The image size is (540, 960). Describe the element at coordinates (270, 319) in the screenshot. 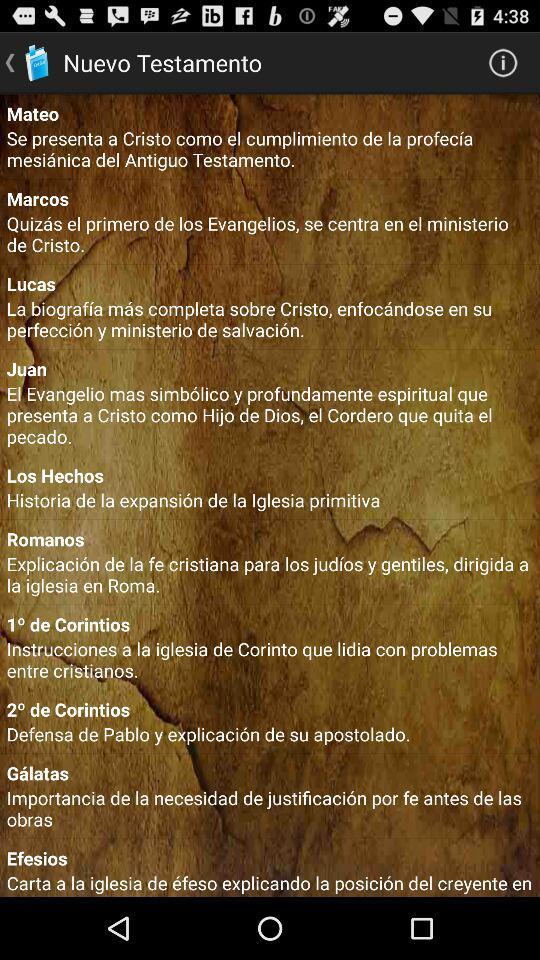

I see `the item below lucas item` at that location.